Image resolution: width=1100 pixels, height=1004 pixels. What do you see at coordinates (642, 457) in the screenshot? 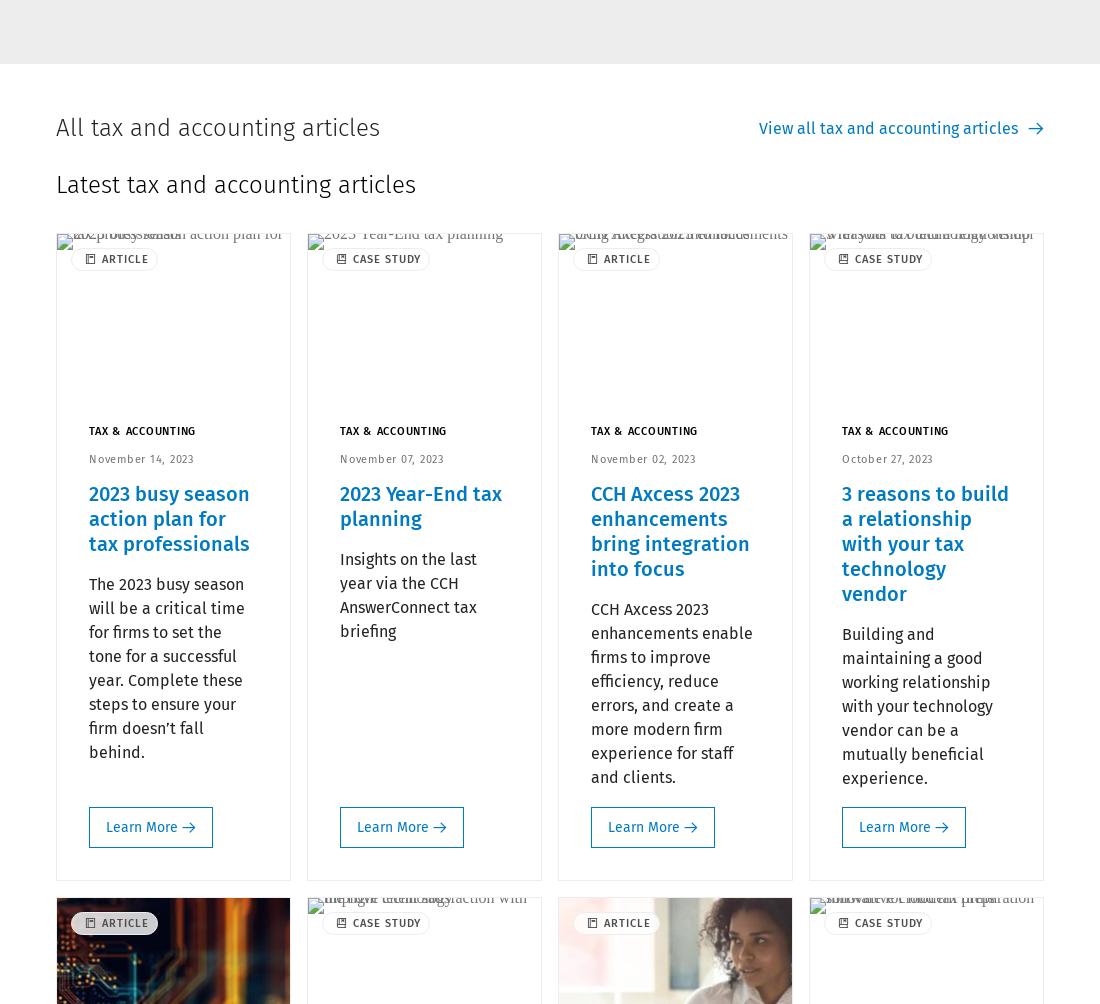
I see `'November 02, 2023'` at bounding box center [642, 457].